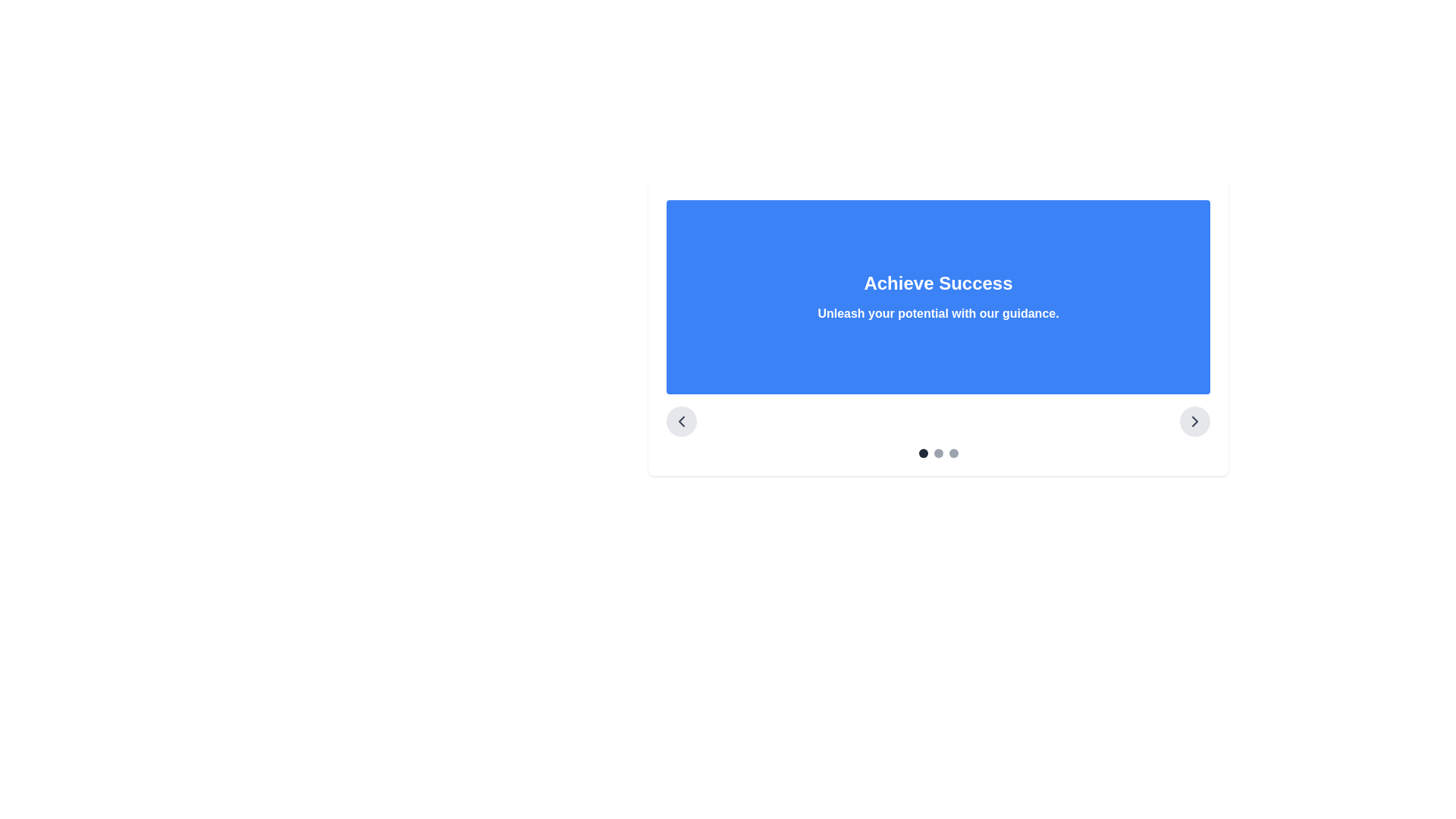 The height and width of the screenshot is (819, 1456). Describe the element at coordinates (1194, 421) in the screenshot. I see `the circular button with a light gray background and a right-pointing arrow icon` at that location.